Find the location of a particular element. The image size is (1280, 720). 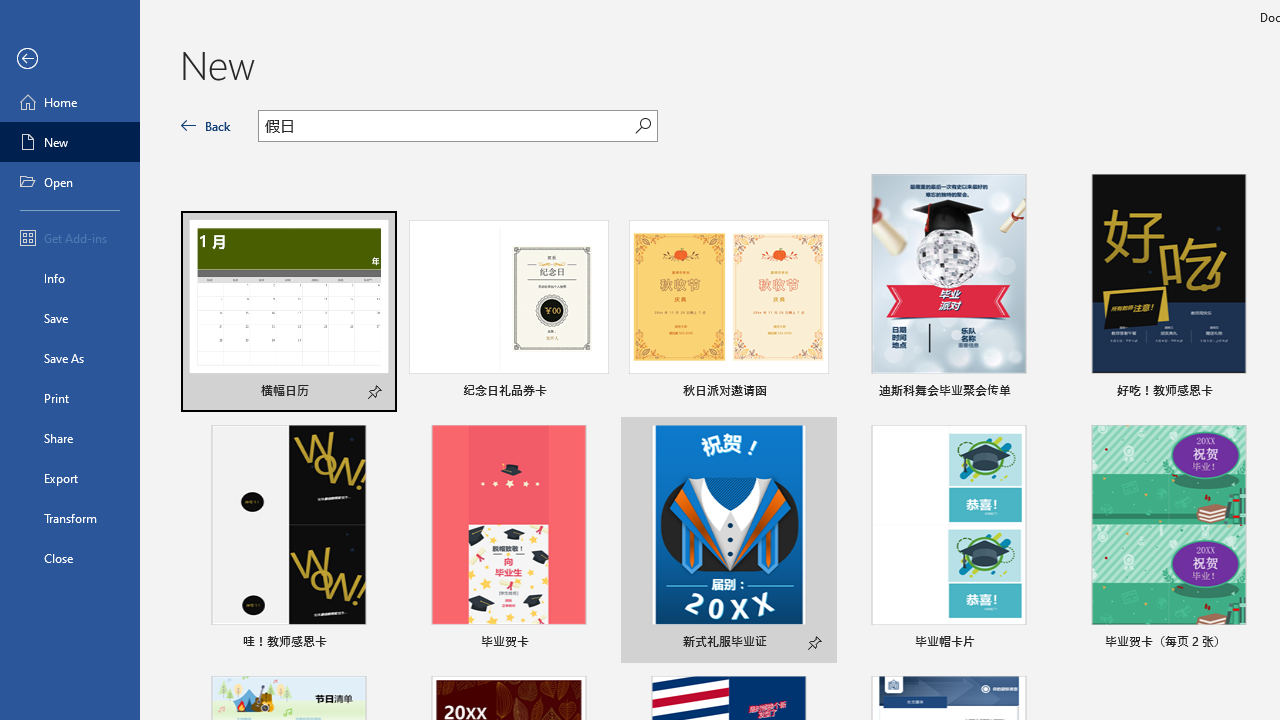

'New' is located at coordinates (69, 140).